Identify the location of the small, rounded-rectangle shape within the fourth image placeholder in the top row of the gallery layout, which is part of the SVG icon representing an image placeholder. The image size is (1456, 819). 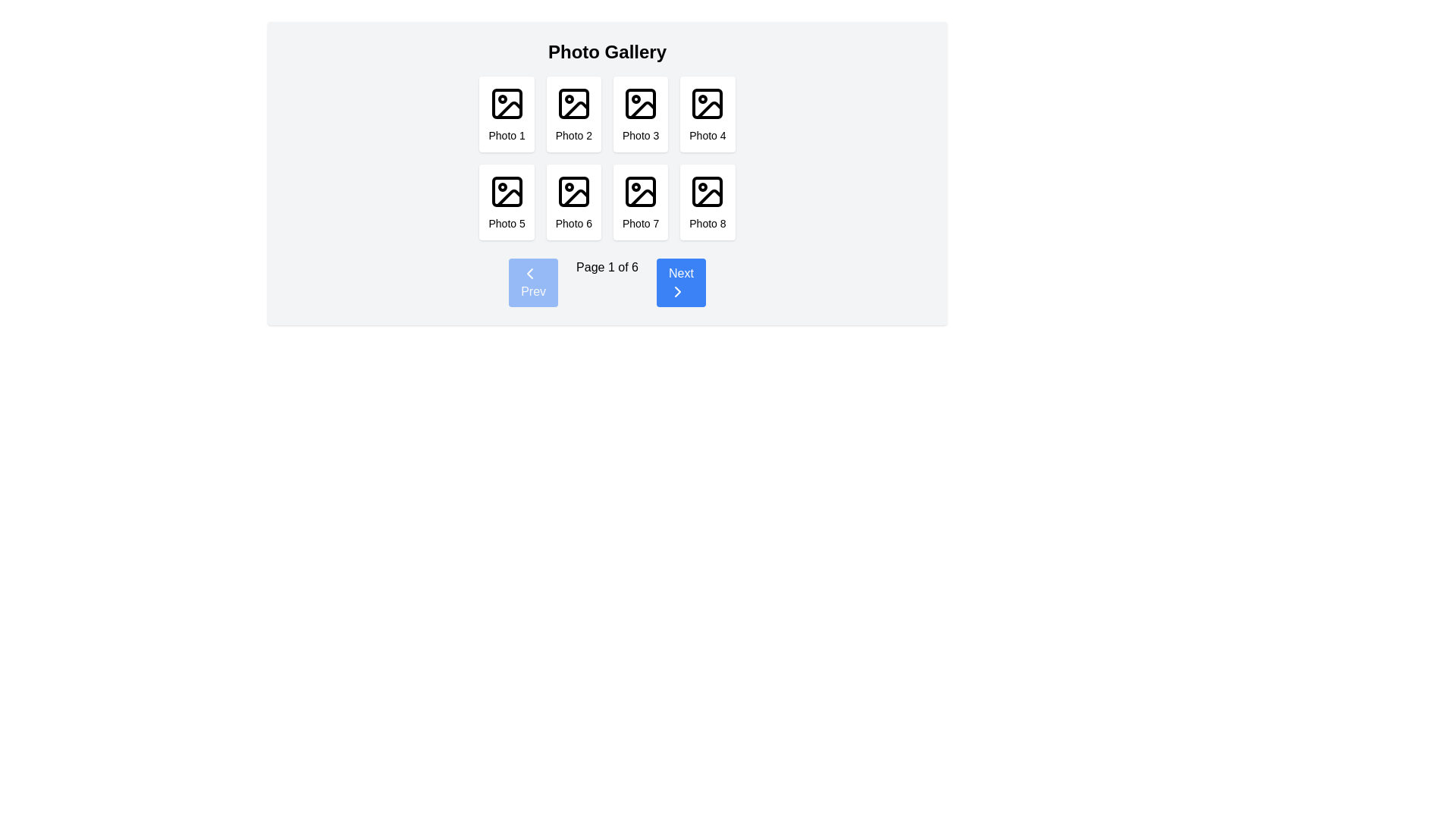
(707, 103).